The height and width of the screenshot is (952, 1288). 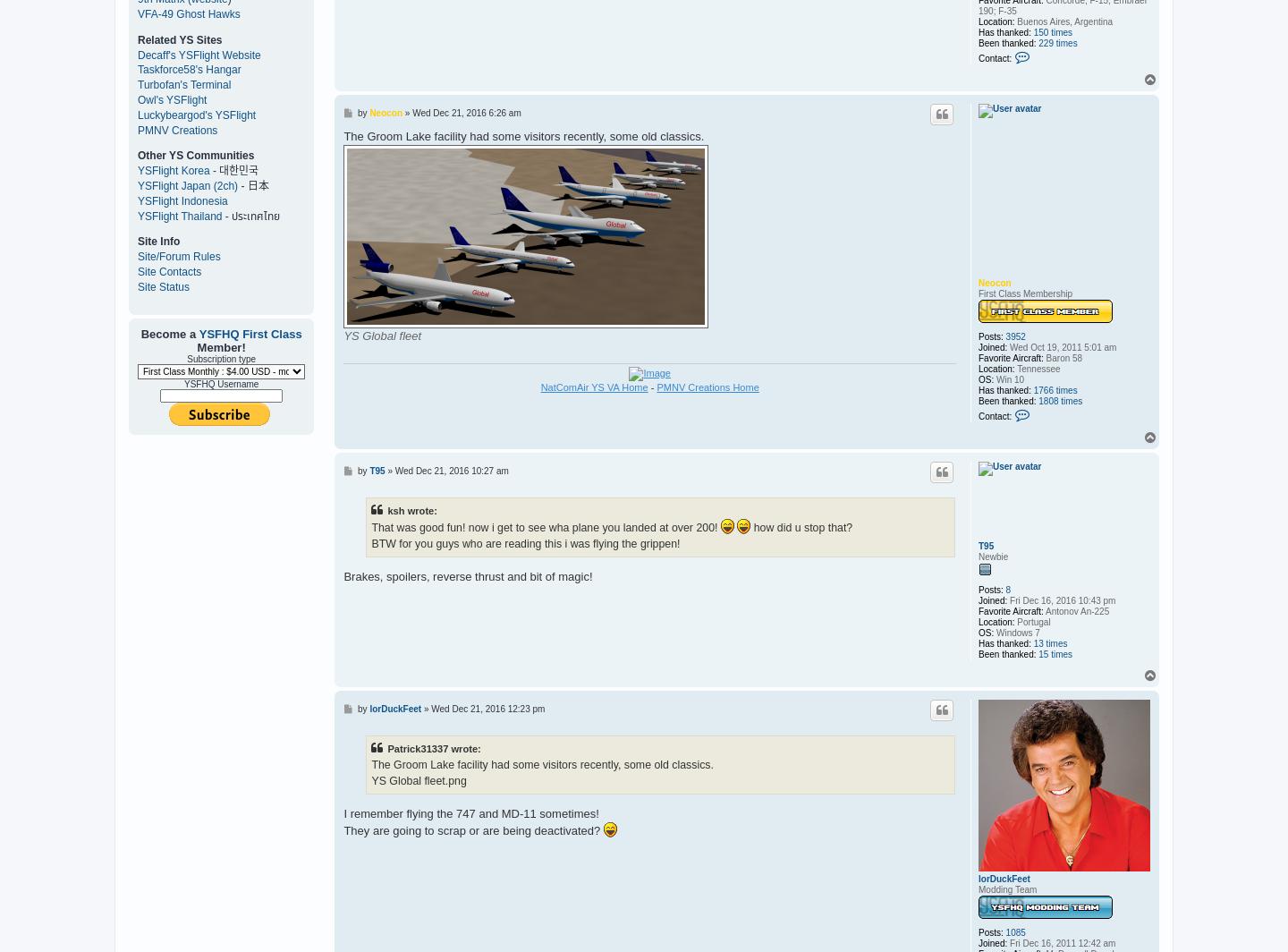 I want to click on 'Site Info', so click(x=157, y=242).